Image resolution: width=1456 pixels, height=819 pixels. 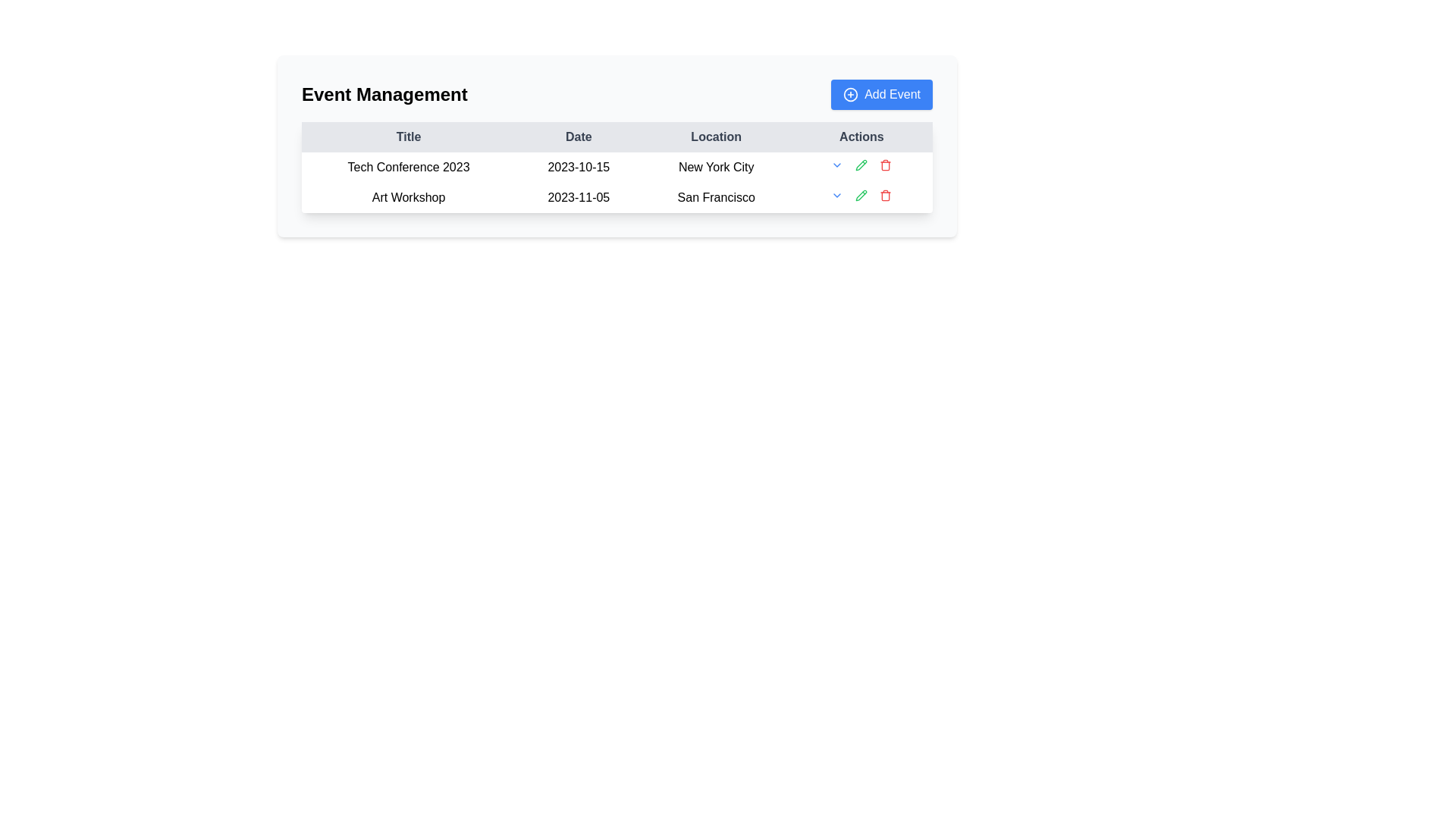 I want to click on the 'Location' header cell in the table, so click(x=715, y=137).